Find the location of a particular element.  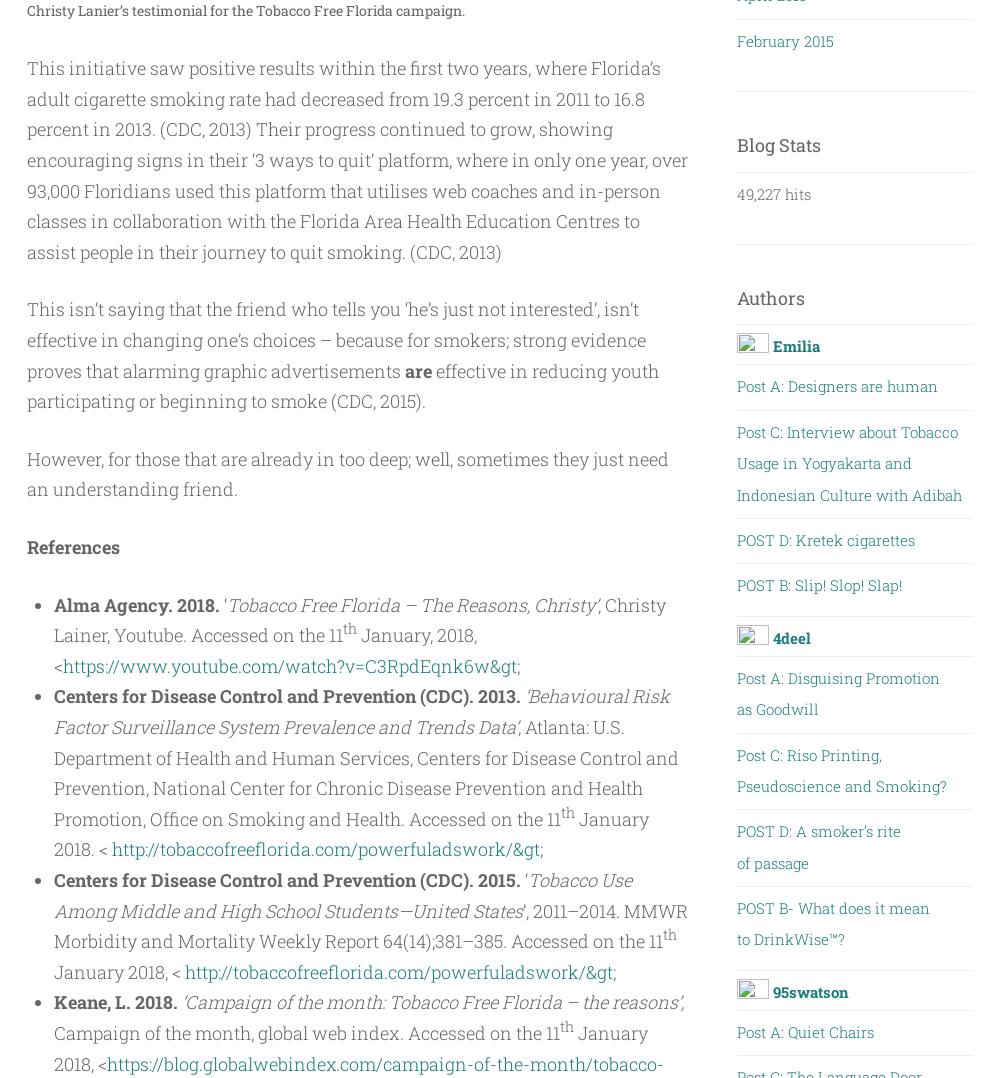

'Blog Stats' is located at coordinates (735, 144).